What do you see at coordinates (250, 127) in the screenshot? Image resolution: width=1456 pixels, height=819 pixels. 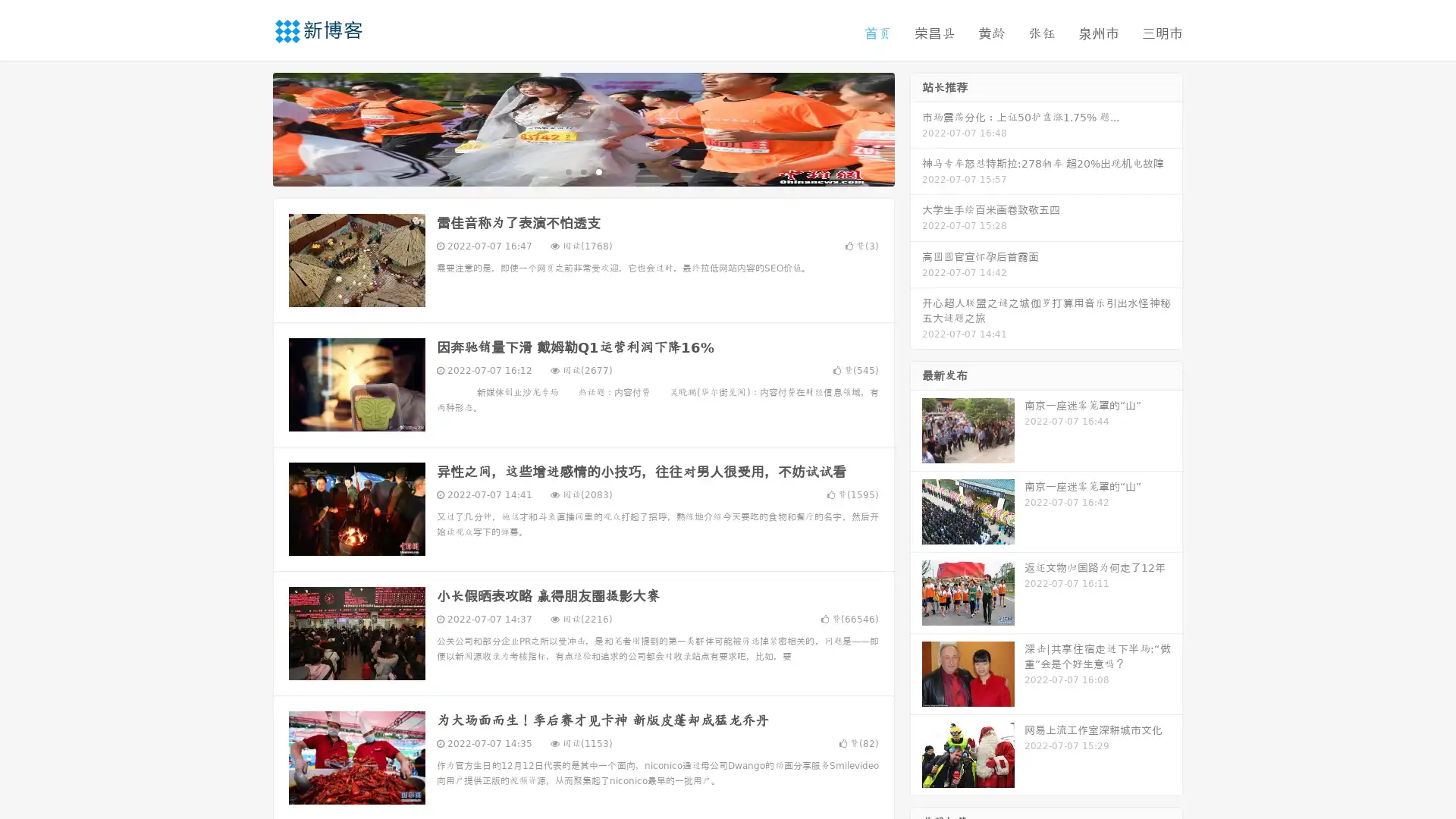 I see `Previous slide` at bounding box center [250, 127].